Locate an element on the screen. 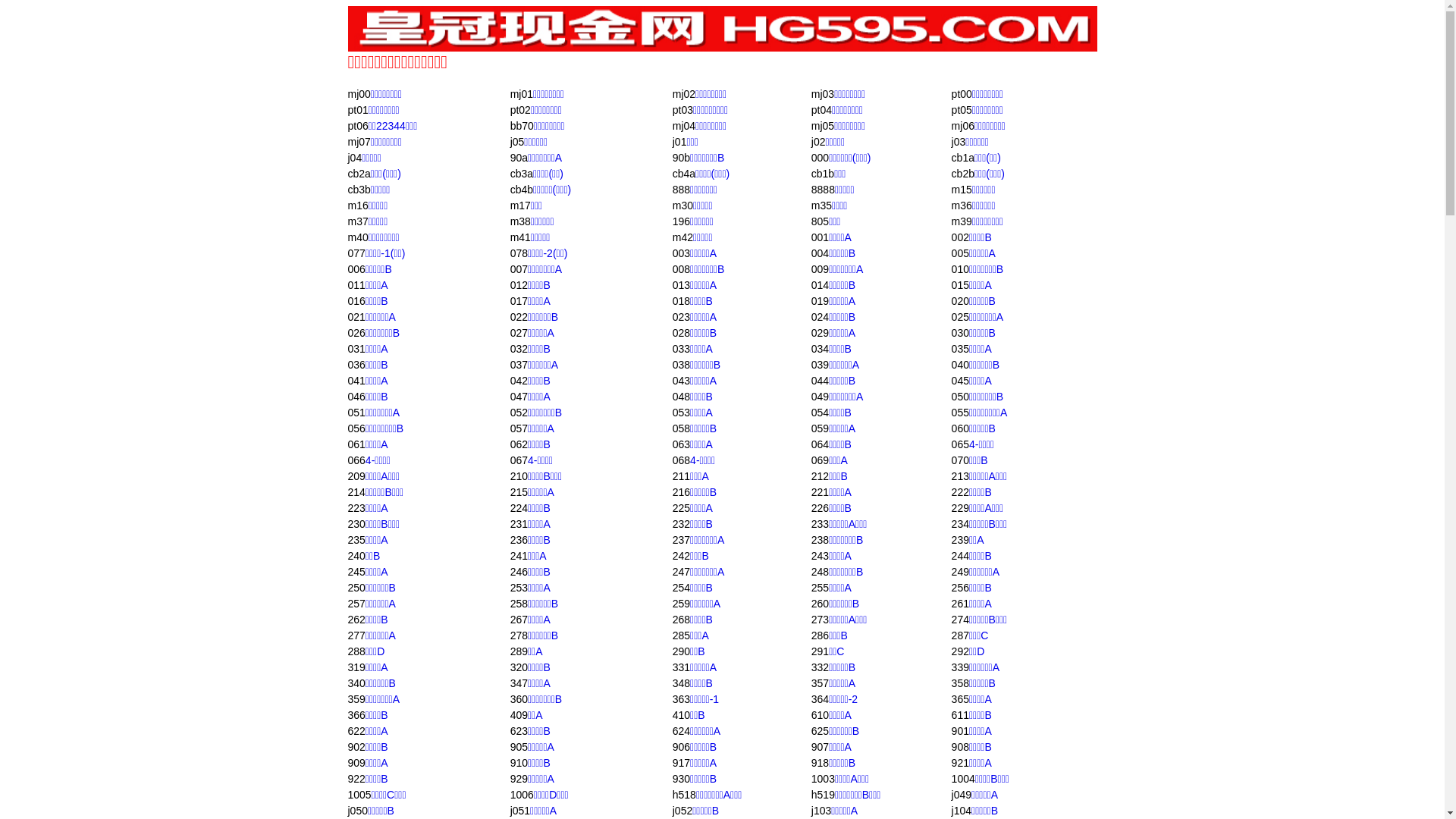 Image resolution: width=1456 pixels, height=819 pixels. '077' is located at coordinates (346, 253).